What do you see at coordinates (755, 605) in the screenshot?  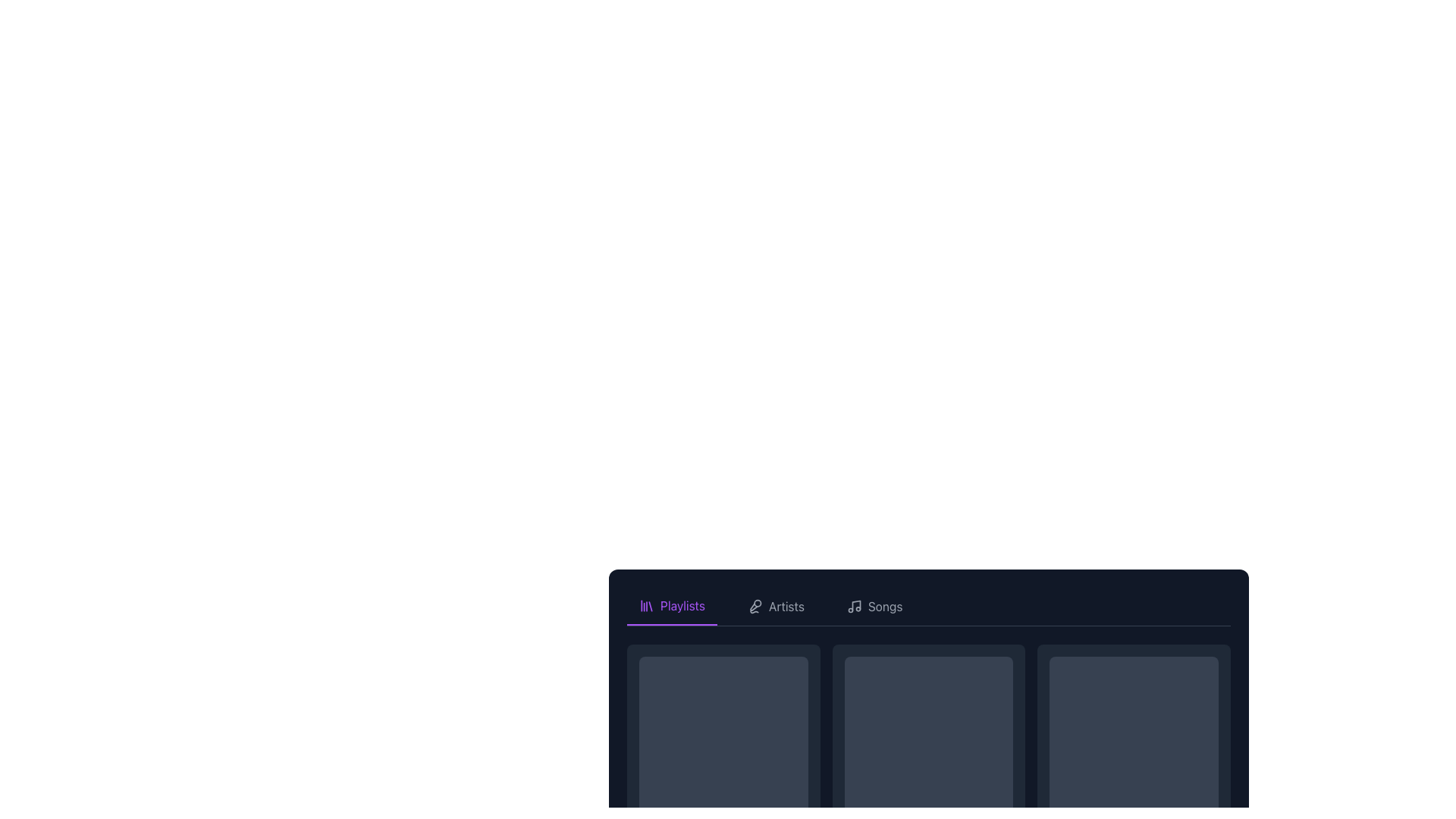 I see `the microphone icon located in the 'Artists' section of the top navigation bar, which features a thin outline styled design and is positioned to the left of the 'Artists' label` at bounding box center [755, 605].